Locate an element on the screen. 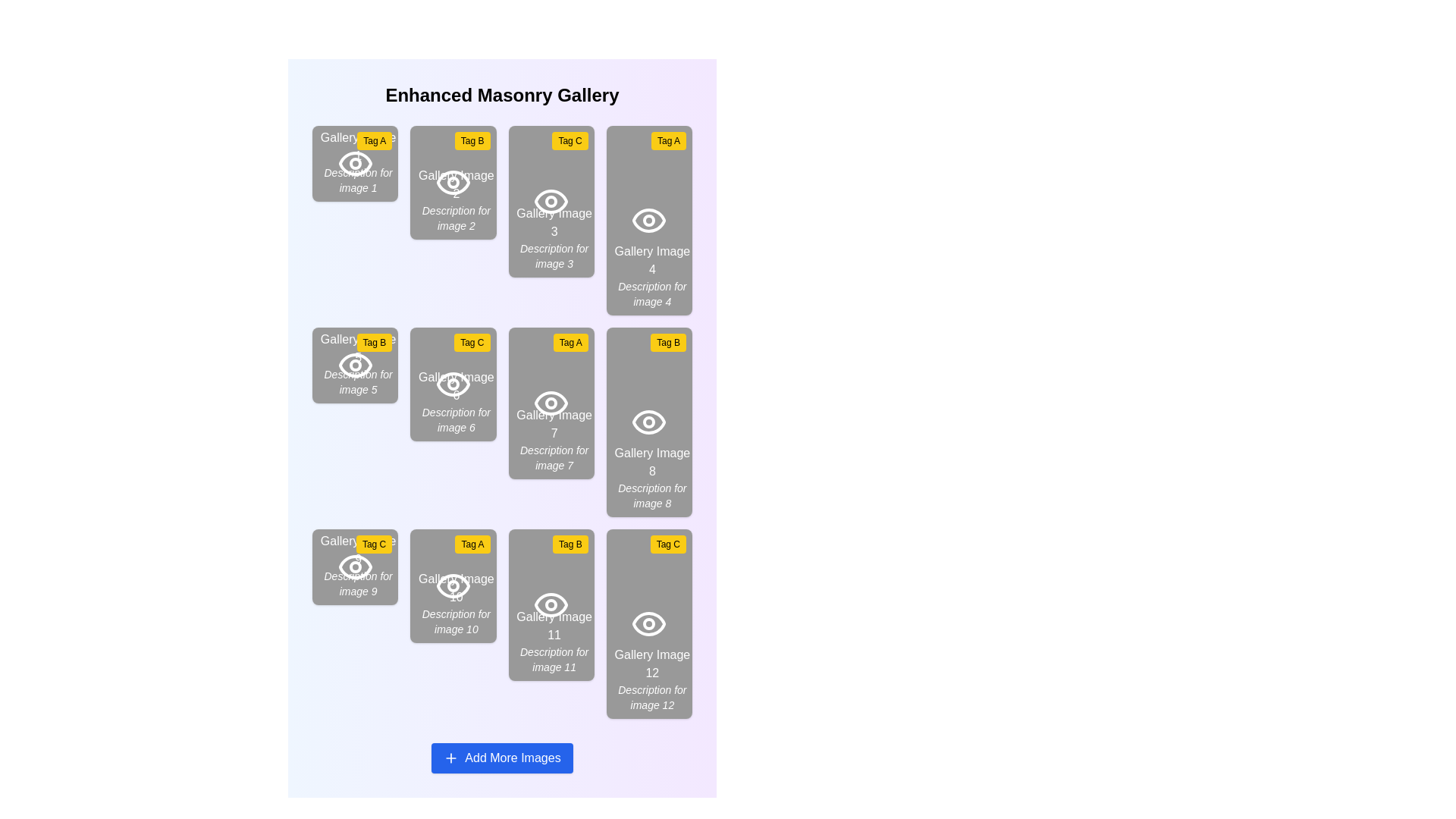 This screenshot has height=819, width=1456. the circular icon located at the center of the eye-like graphic within the 'Gallery Image 3' card is located at coordinates (551, 201).